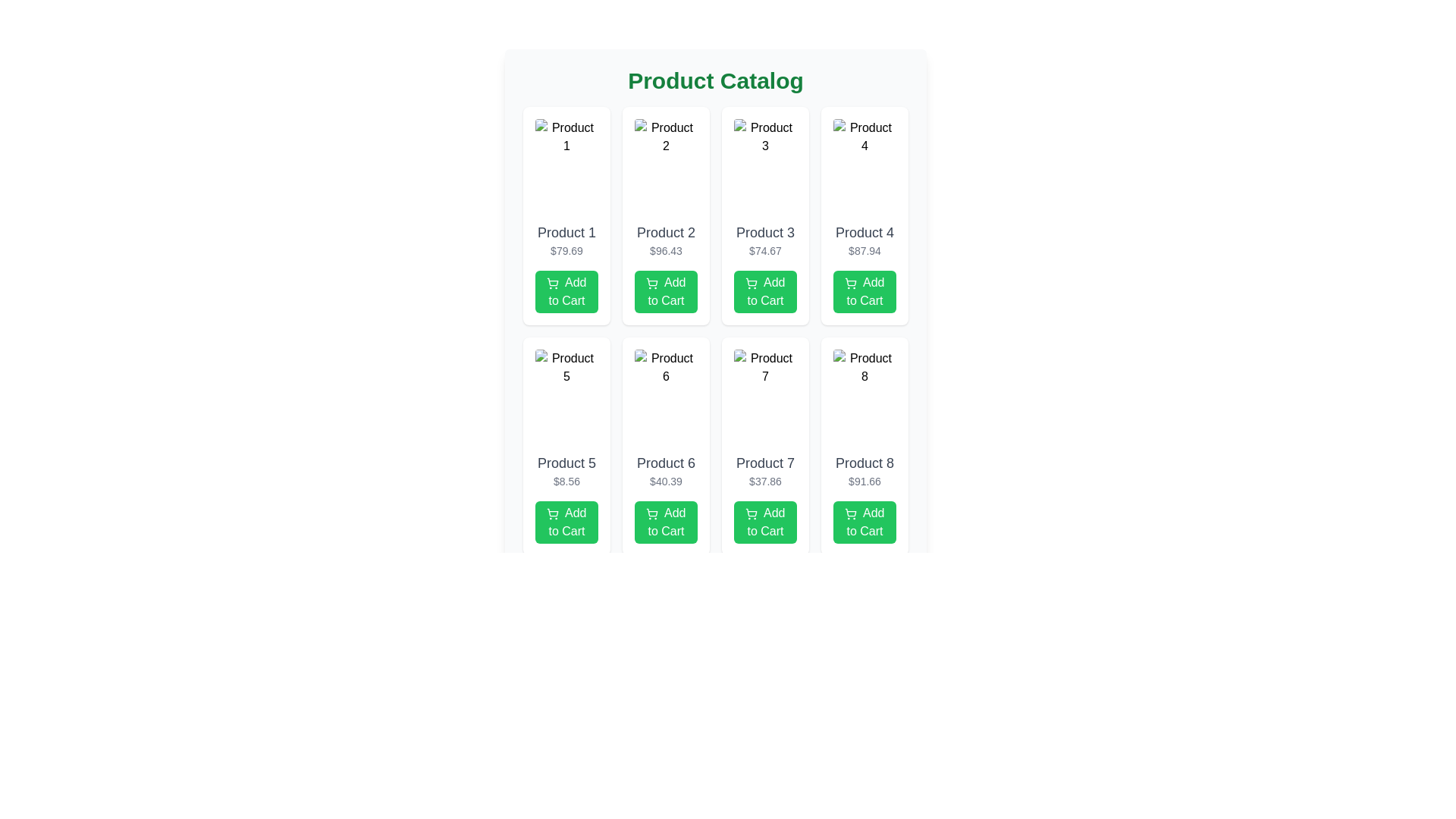 This screenshot has width=1456, height=819. Describe the element at coordinates (765, 292) in the screenshot. I see `the 'Add to Cart' button for 'Product 3' located below the price display ('$74.67') to observe any hover effects` at that location.